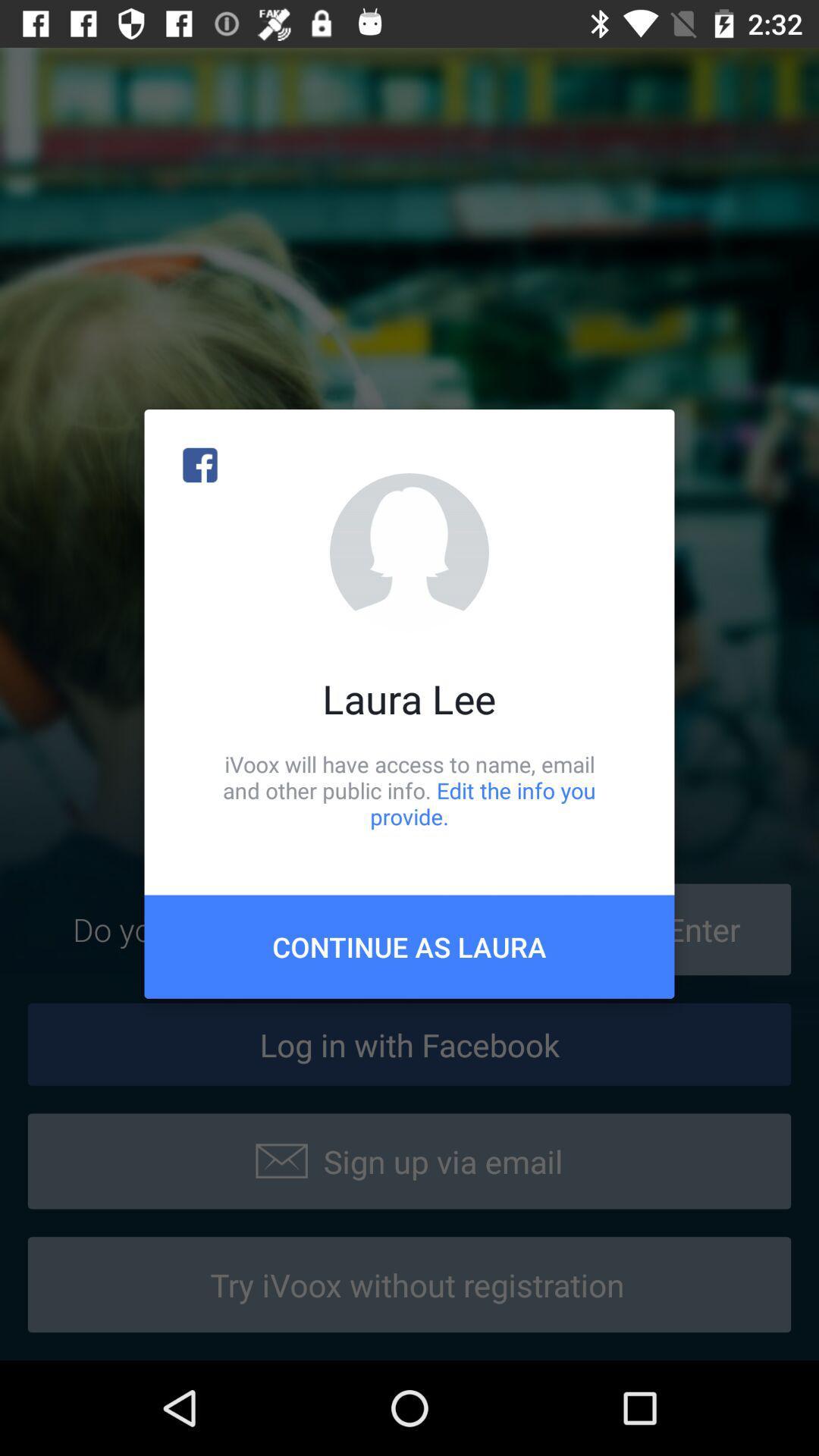  I want to click on continue as laura icon, so click(409, 946).